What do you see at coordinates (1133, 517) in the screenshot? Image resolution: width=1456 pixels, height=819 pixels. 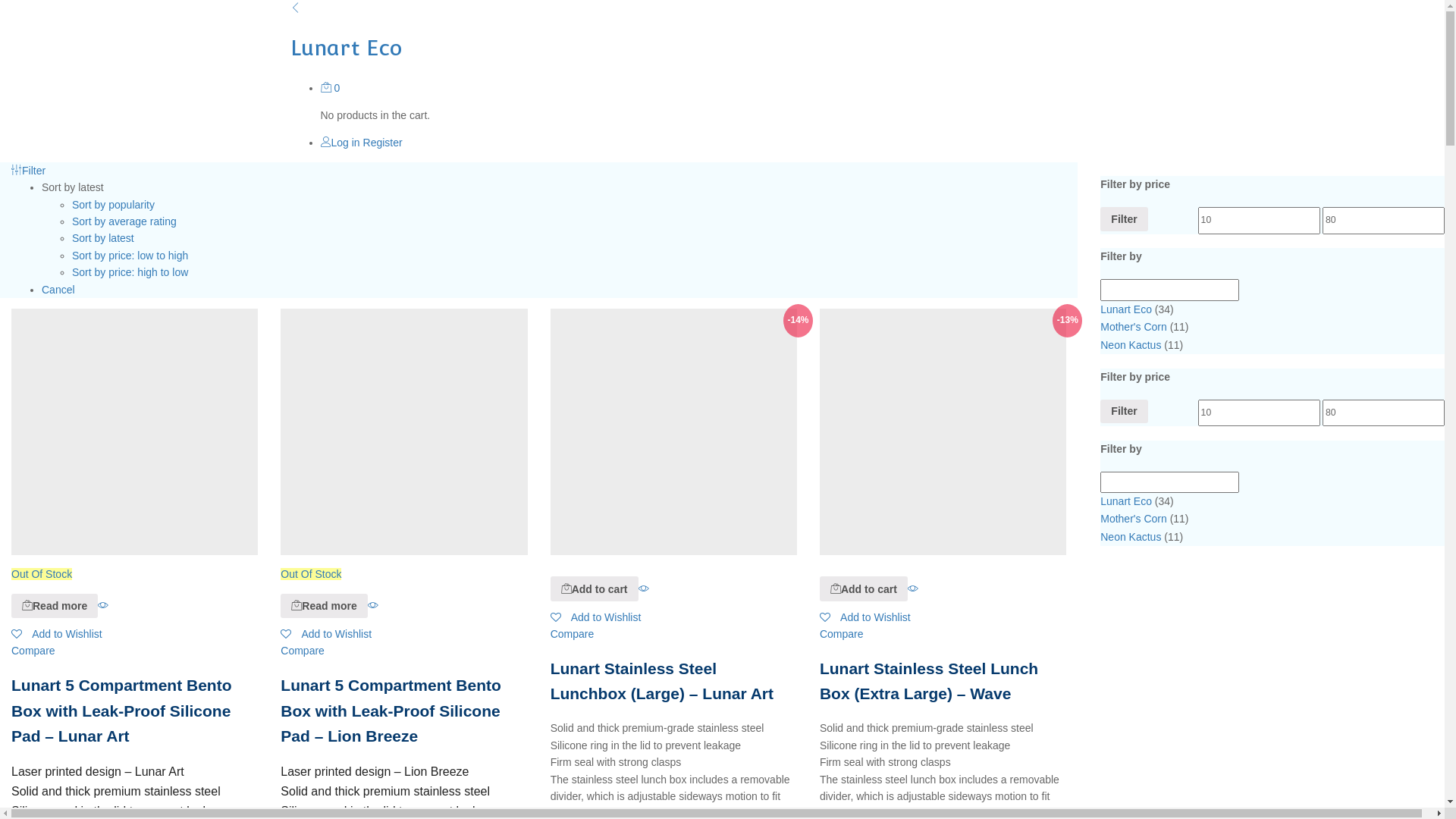 I see `'Mother's Corn'` at bounding box center [1133, 517].